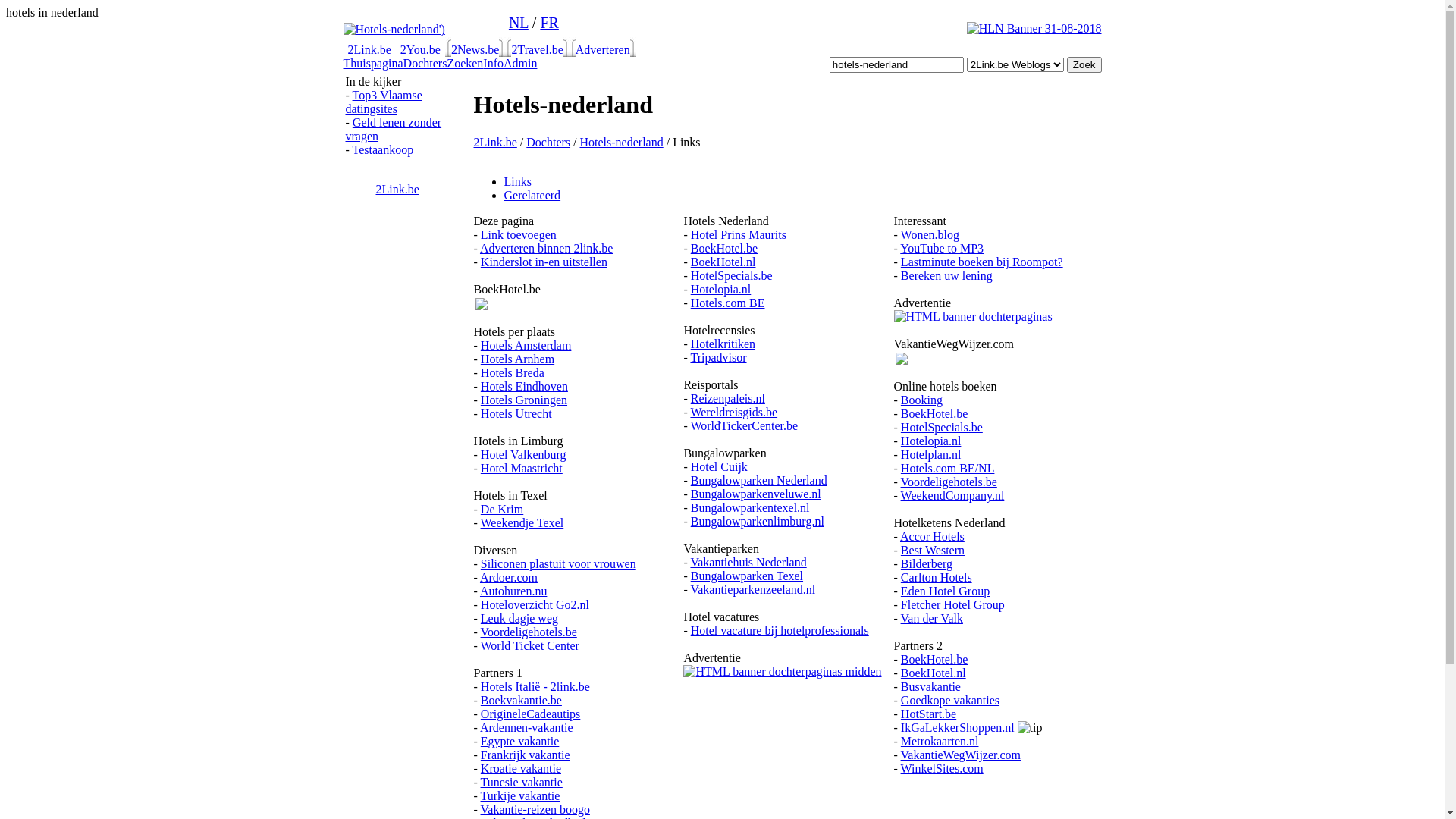  Describe the element at coordinates (546, 247) in the screenshot. I see `'Adverteren binnen 2link.be'` at that location.